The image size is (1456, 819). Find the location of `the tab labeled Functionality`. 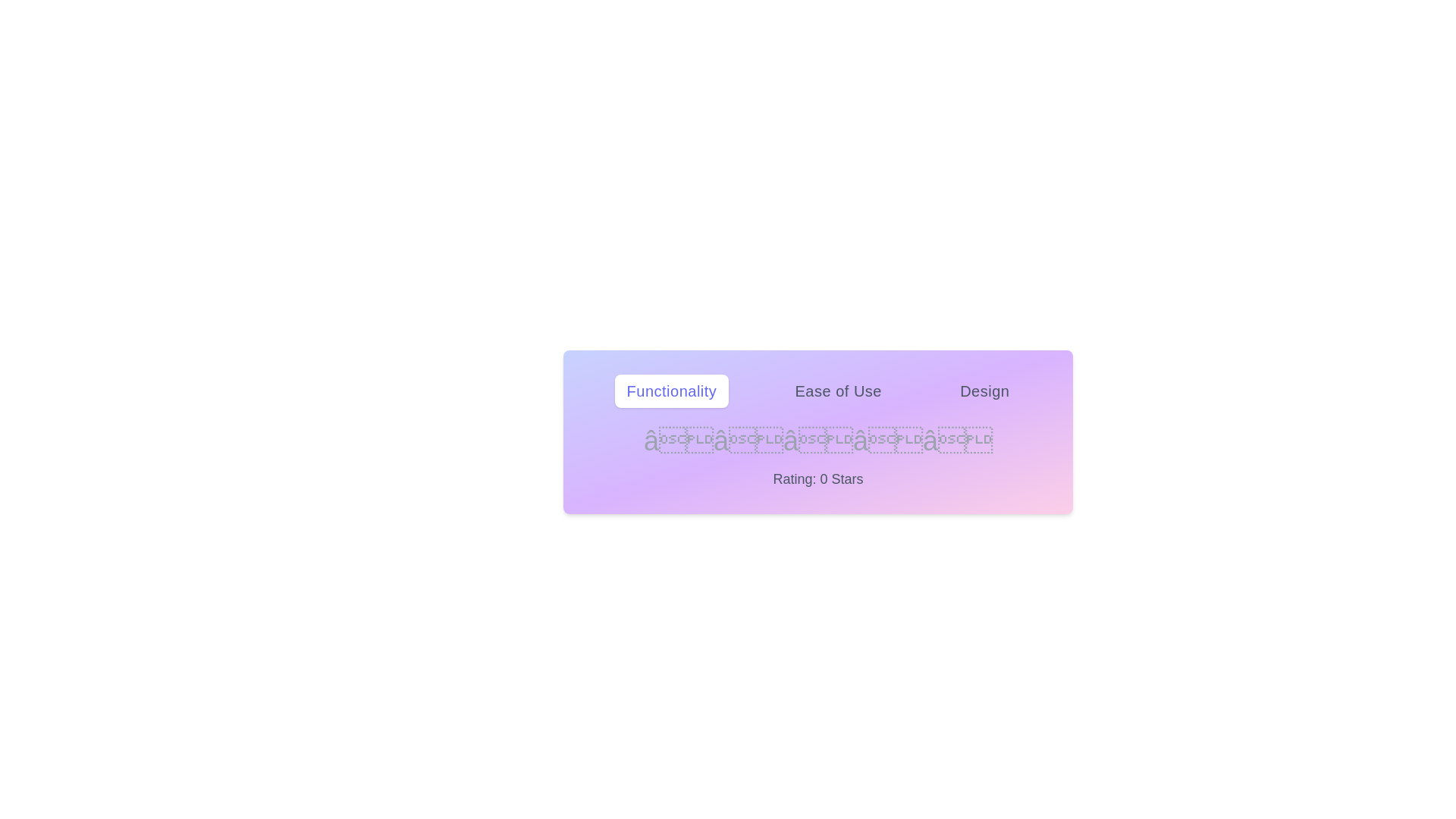

the tab labeled Functionality is located at coordinates (670, 391).